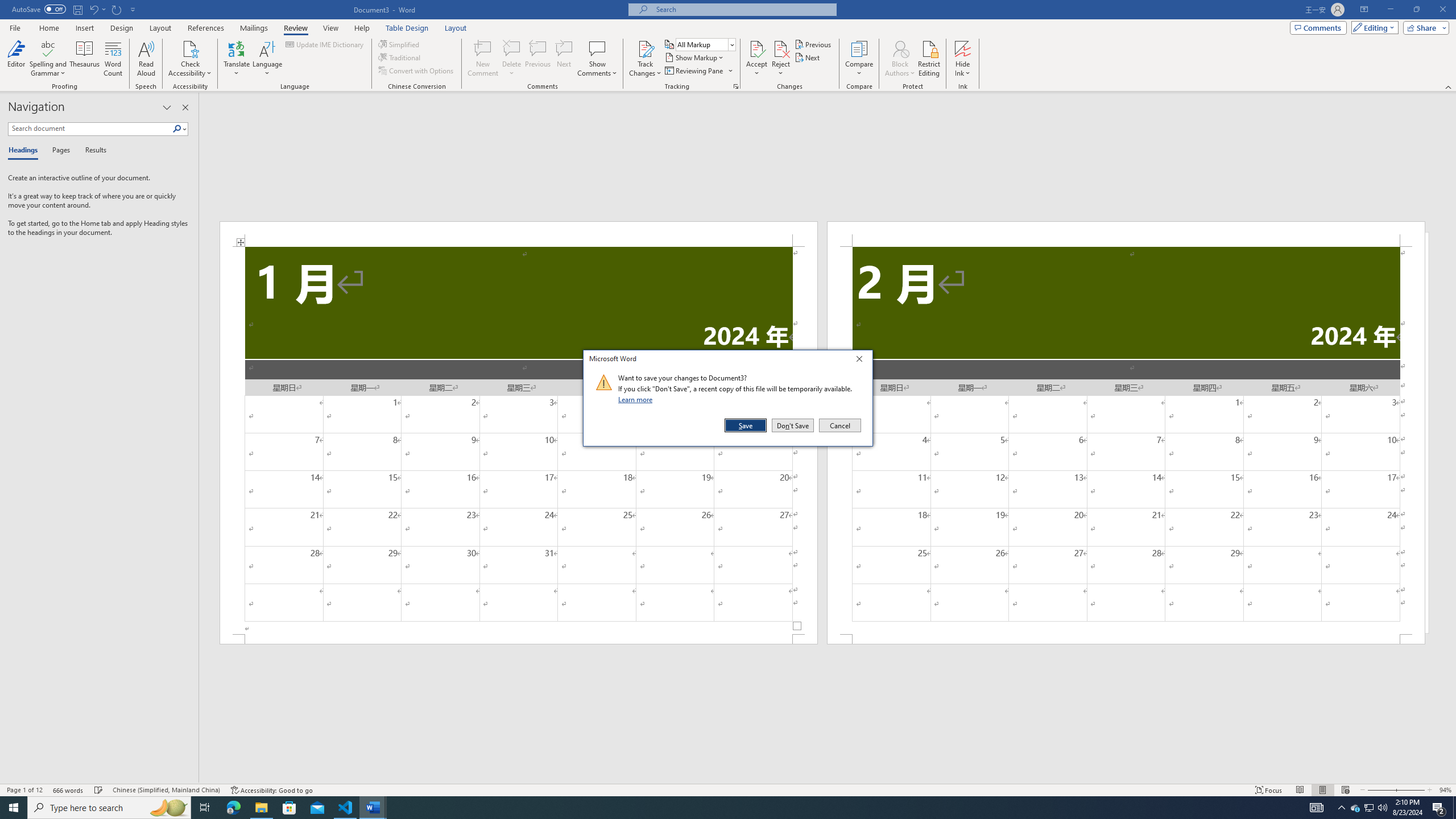 The image size is (1456, 819). What do you see at coordinates (253, 28) in the screenshot?
I see `'Mailings'` at bounding box center [253, 28].